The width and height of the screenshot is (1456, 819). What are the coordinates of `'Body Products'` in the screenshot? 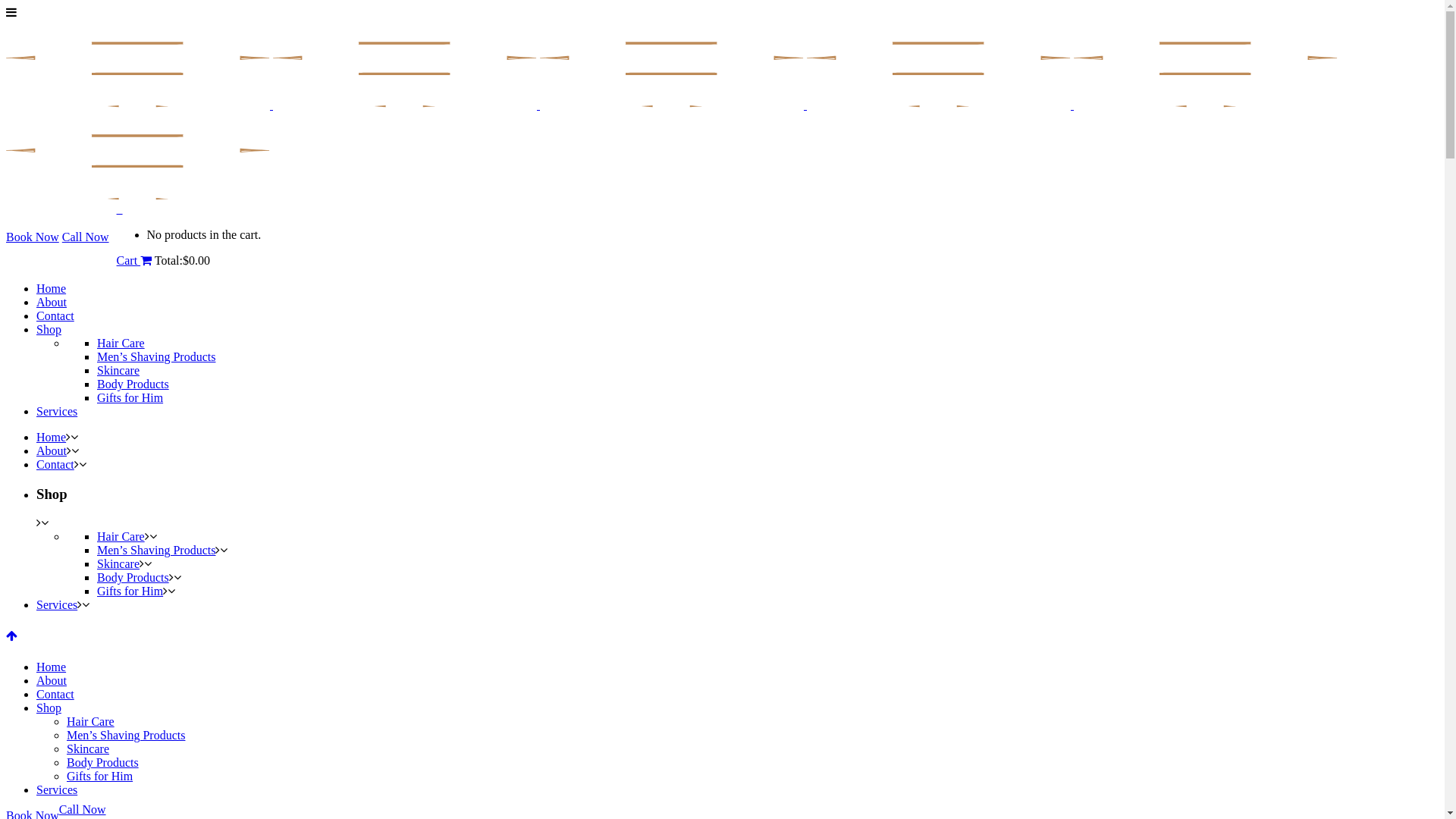 It's located at (133, 383).